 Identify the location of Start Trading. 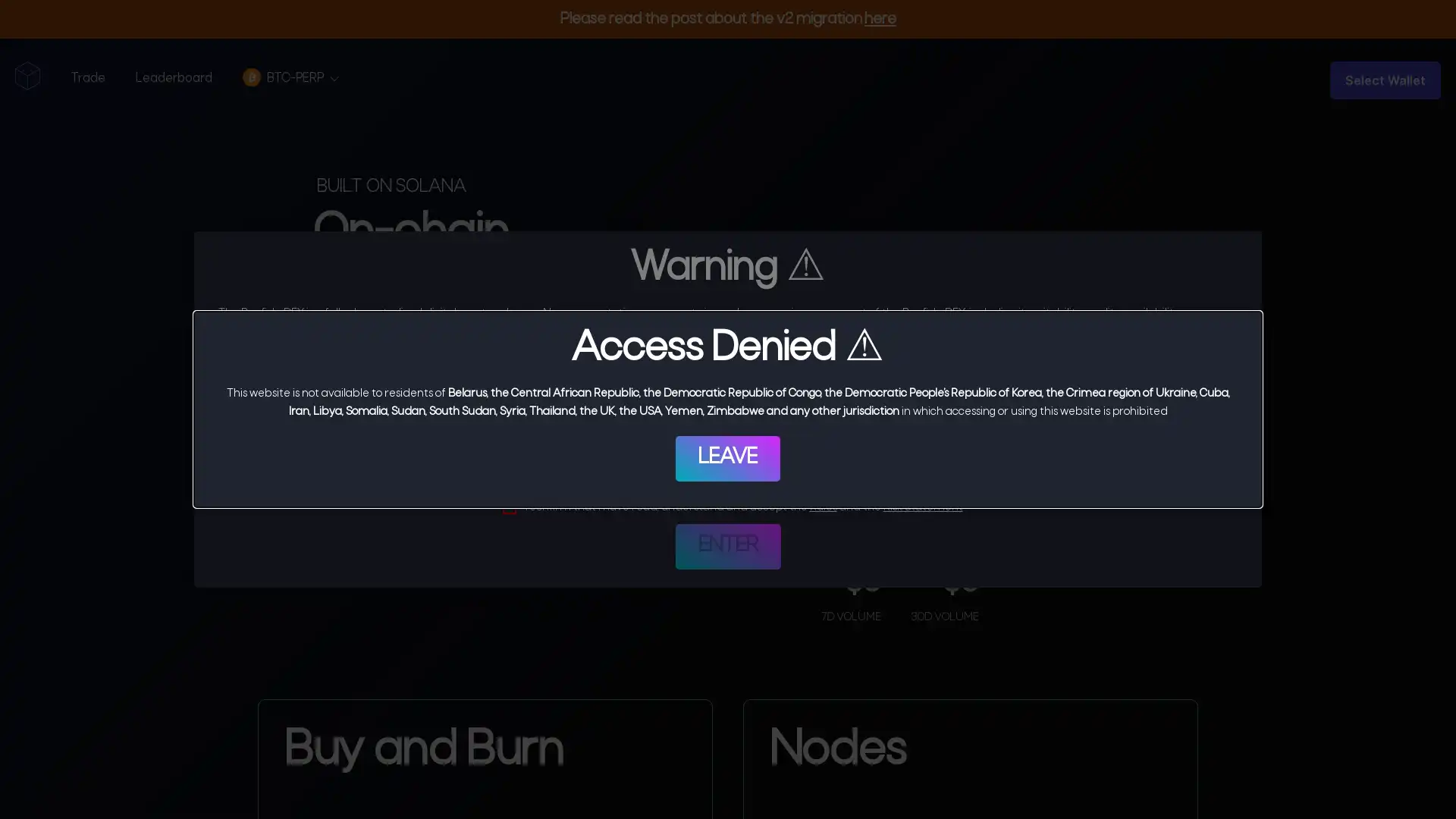
(427, 350).